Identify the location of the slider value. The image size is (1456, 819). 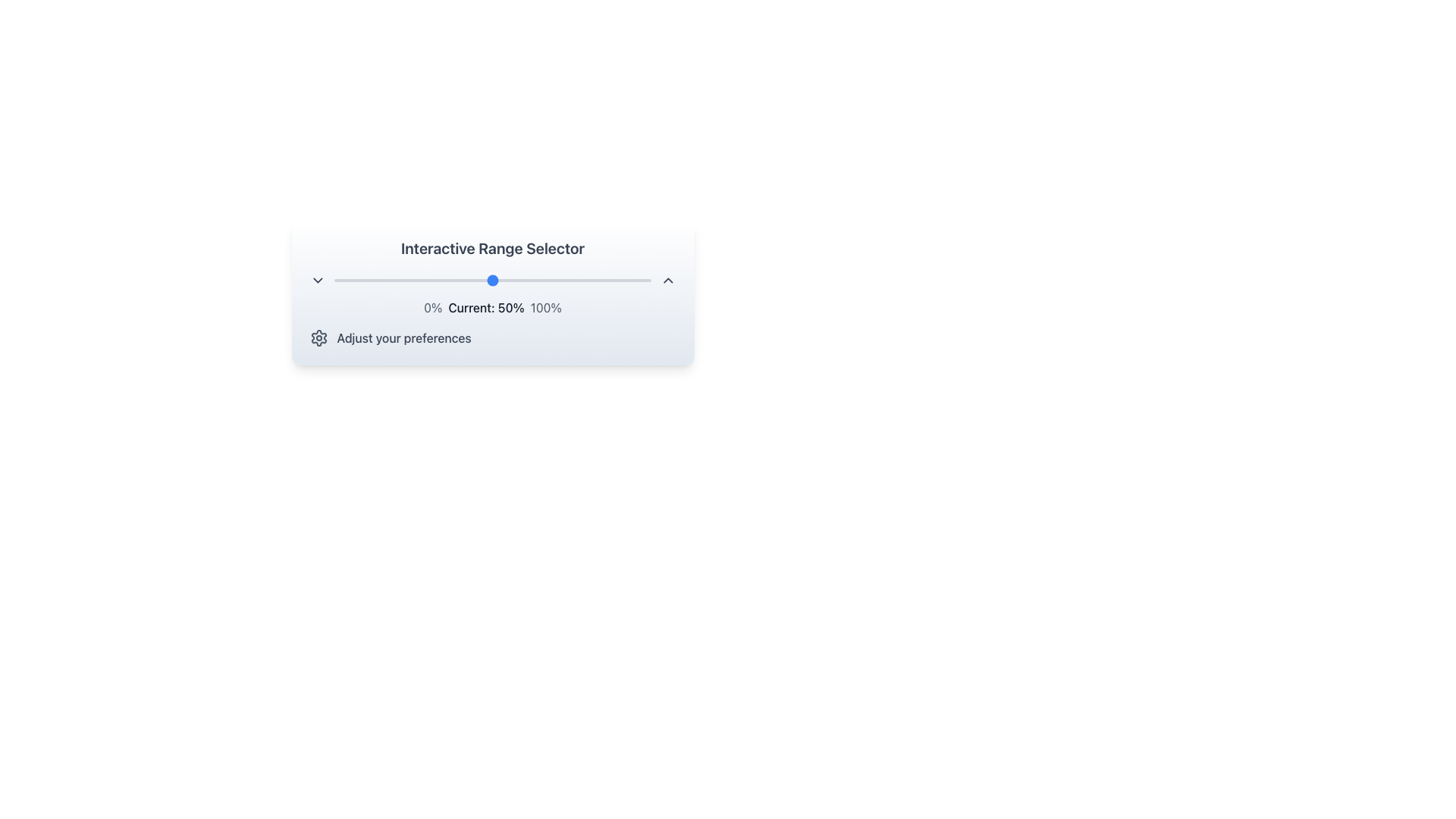
(362, 281).